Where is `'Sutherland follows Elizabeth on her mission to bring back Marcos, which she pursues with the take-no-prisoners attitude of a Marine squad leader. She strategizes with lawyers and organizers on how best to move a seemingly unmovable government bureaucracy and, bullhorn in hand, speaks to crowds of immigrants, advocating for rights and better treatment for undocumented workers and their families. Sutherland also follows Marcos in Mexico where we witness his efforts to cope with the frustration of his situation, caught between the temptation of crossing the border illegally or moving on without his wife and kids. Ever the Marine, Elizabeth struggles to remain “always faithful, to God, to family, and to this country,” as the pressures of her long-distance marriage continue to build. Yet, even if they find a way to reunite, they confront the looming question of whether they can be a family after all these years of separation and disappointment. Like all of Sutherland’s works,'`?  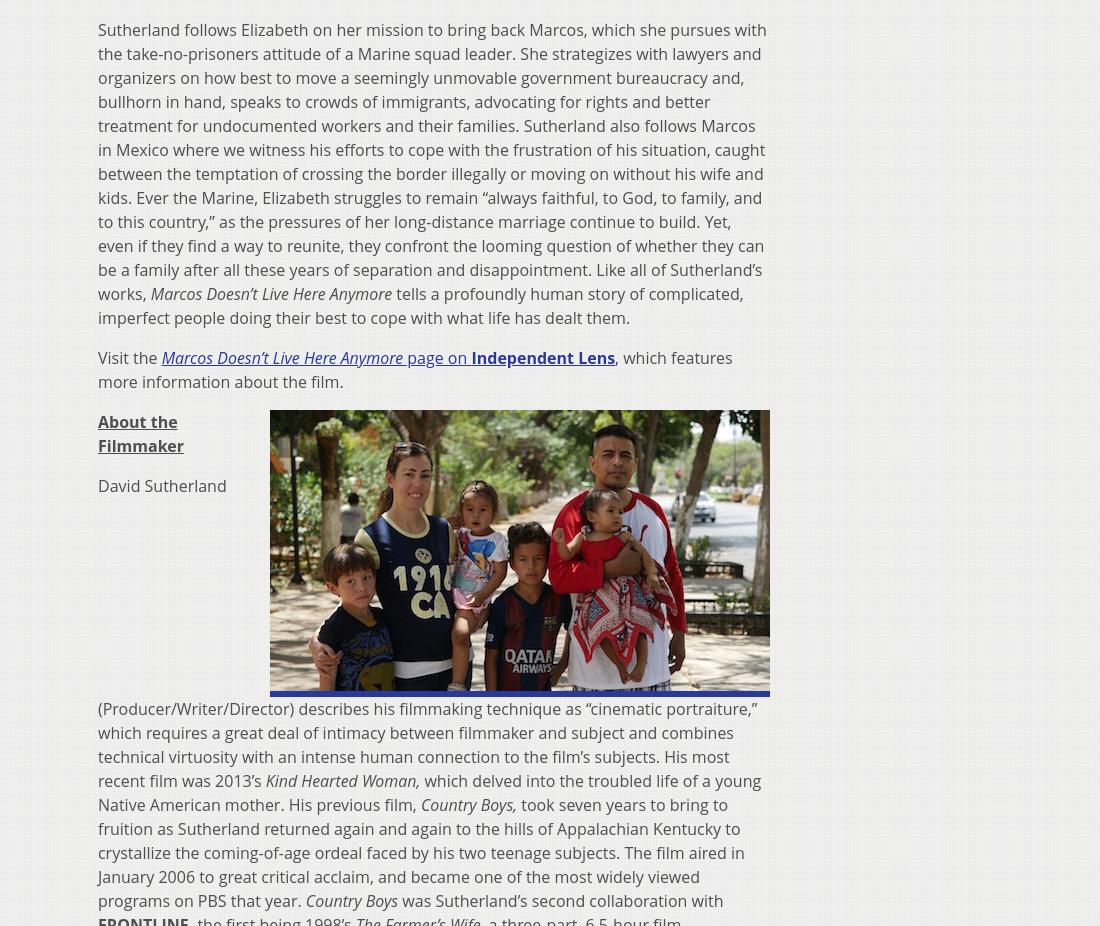 'Sutherland follows Elizabeth on her mission to bring back Marcos, which she pursues with the take-no-prisoners attitude of a Marine squad leader. She strategizes with lawyers and organizers on how best to move a seemingly unmovable government bureaucracy and, bullhorn in hand, speaks to crowds of immigrants, advocating for rights and better treatment for undocumented workers and their families. Sutherland also follows Marcos in Mexico where we witness his efforts to cope with the frustration of his situation, caught between the temptation of crossing the border illegally or moving on without his wife and kids. Ever the Marine, Elizabeth struggles to remain “always faithful, to God, to family, and to this country,” as the pressures of her long-distance marriage continue to build. Yet, even if they find a way to reunite, they confront the looming question of whether they can be a family after all these years of separation and disappointment. Like all of Sutherland’s works,' is located at coordinates (98, 160).